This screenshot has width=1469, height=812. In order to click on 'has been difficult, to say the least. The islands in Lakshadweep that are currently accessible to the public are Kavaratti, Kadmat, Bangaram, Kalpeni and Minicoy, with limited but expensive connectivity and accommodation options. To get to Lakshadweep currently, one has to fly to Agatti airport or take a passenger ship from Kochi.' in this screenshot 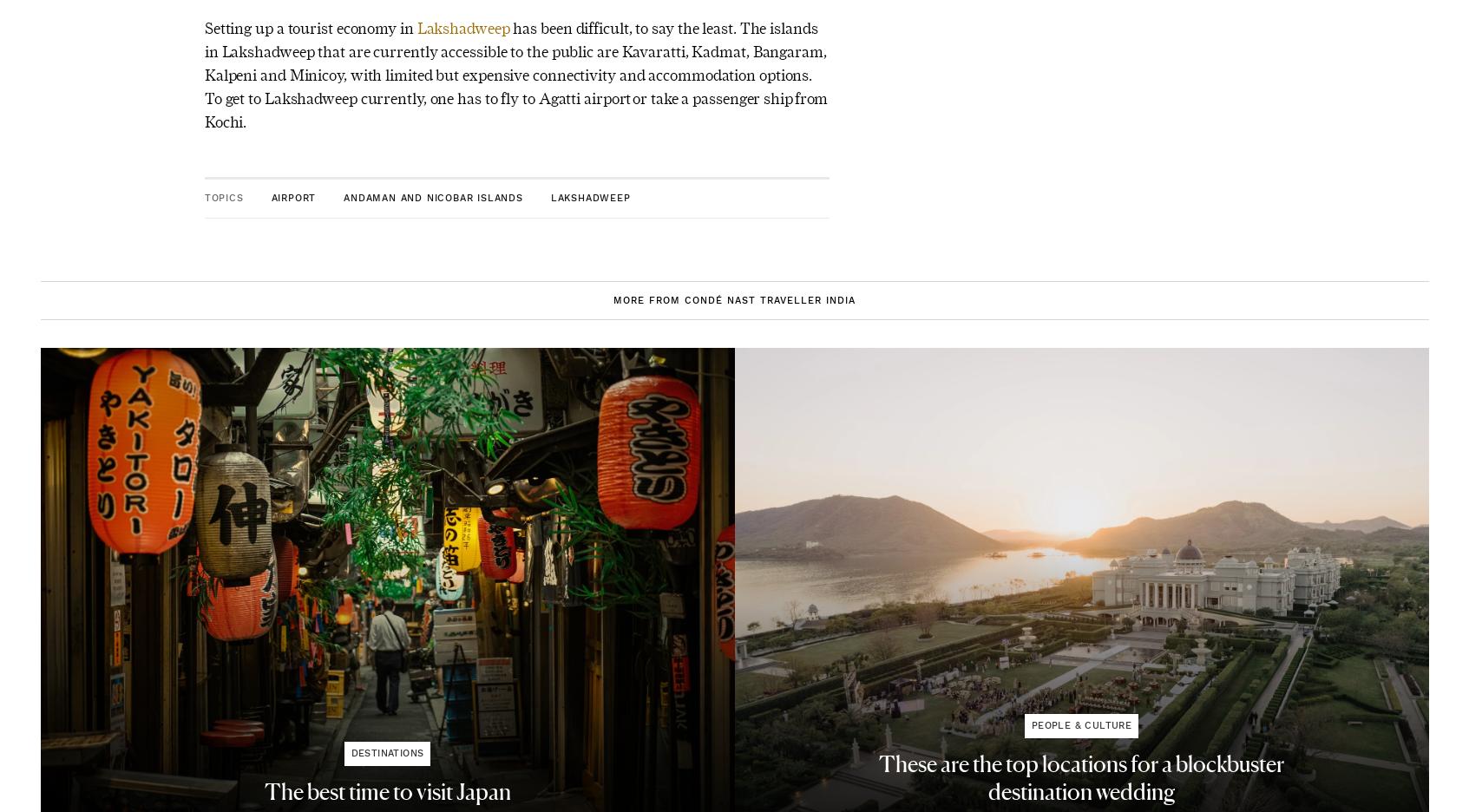, I will do `click(203, 73)`.